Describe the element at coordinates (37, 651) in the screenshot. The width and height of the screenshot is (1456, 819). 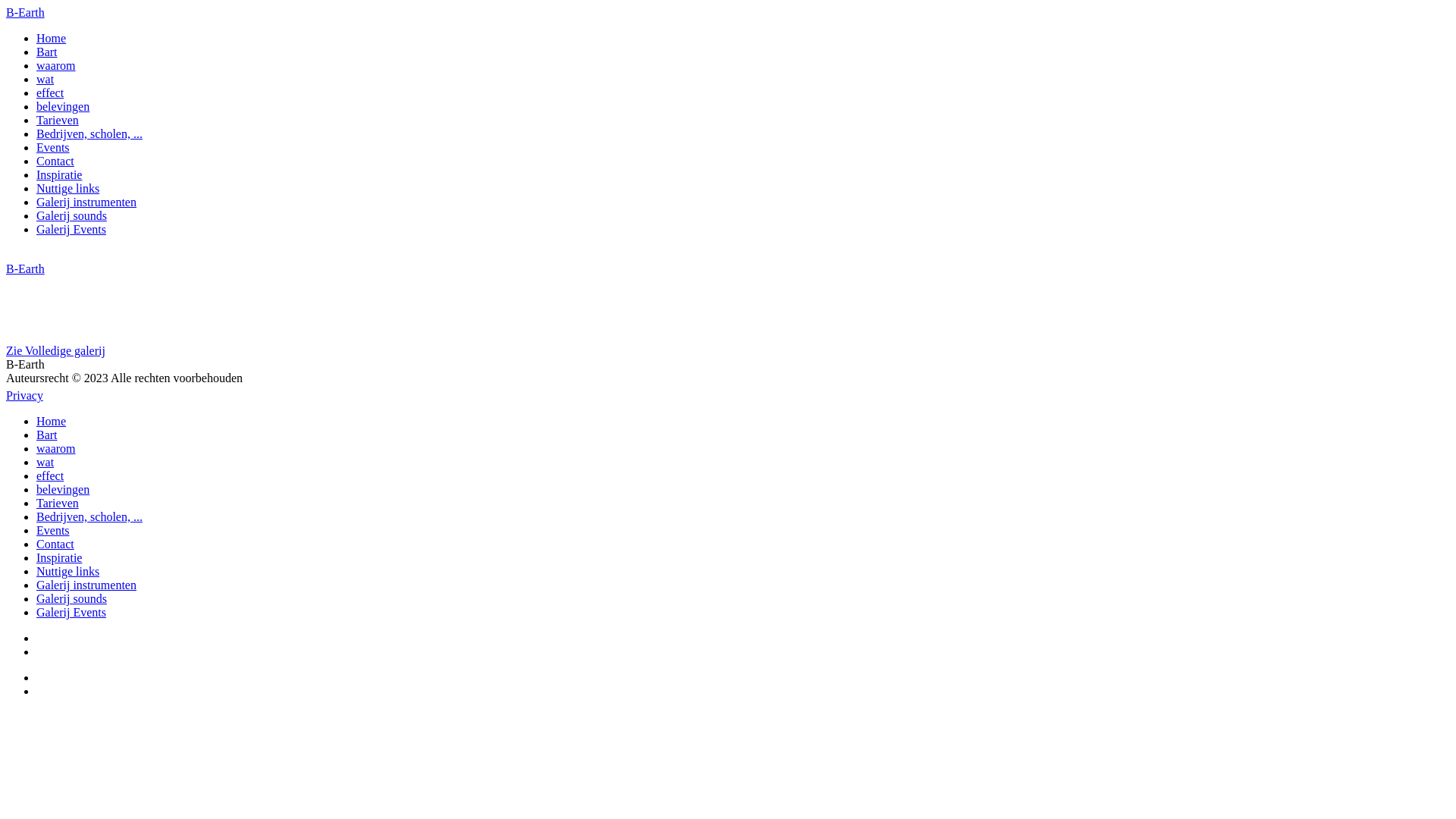
I see `' '` at that location.